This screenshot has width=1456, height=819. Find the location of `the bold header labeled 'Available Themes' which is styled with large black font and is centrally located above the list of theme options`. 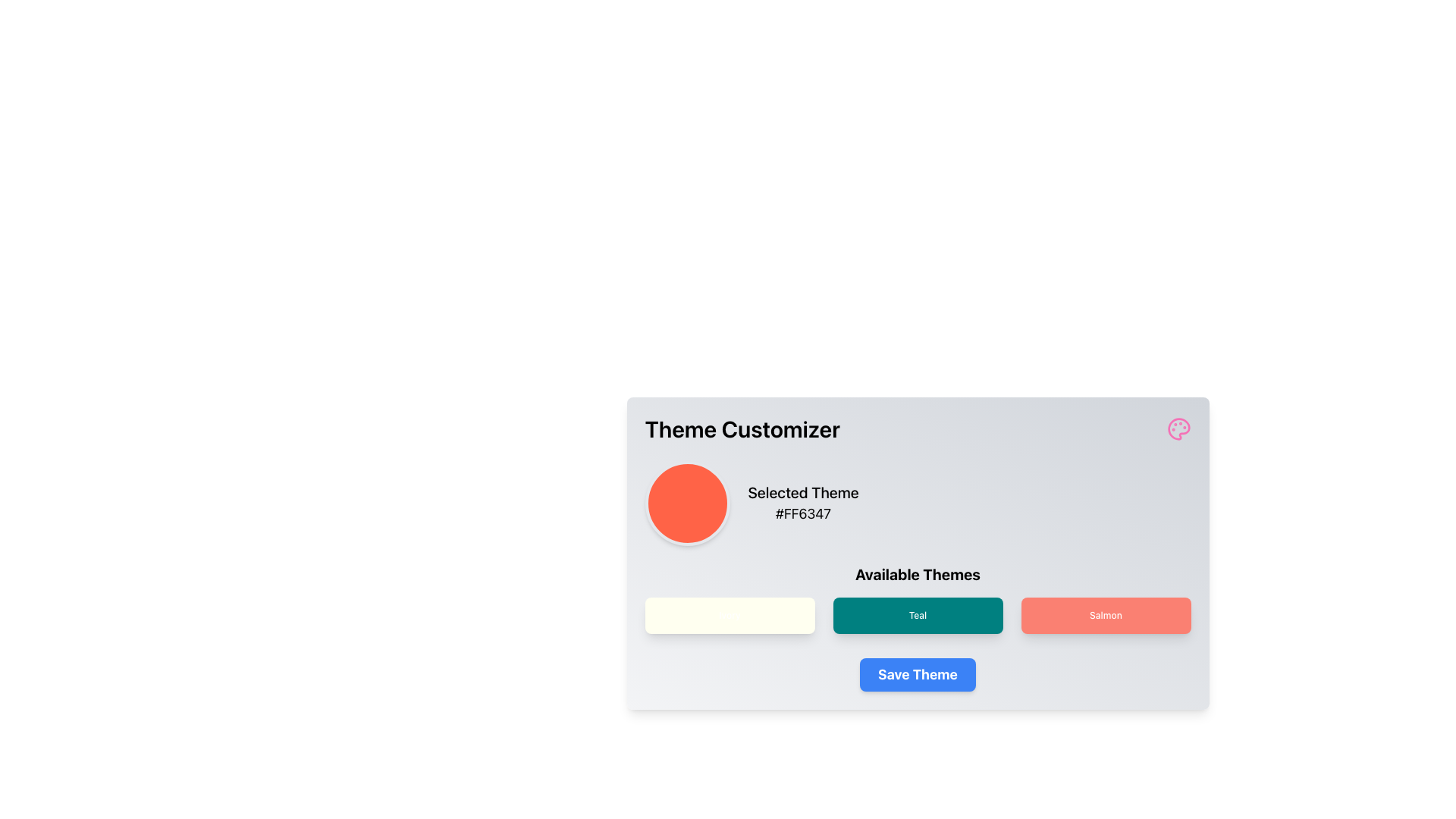

the bold header labeled 'Available Themes' which is styled with large black font and is centrally located above the list of theme options is located at coordinates (917, 575).